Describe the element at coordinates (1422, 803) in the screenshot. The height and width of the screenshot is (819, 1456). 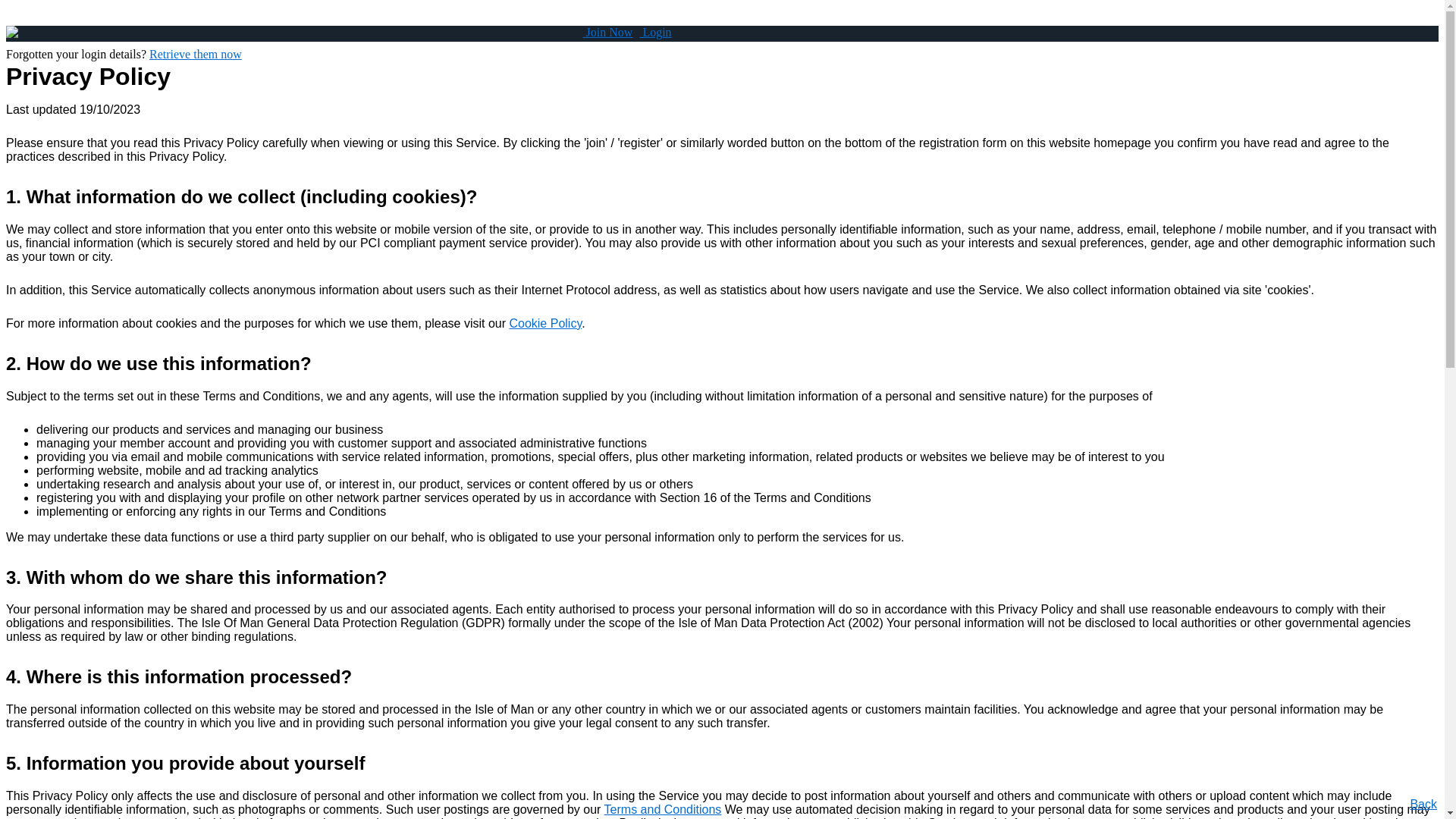
I see `'Back'` at that location.